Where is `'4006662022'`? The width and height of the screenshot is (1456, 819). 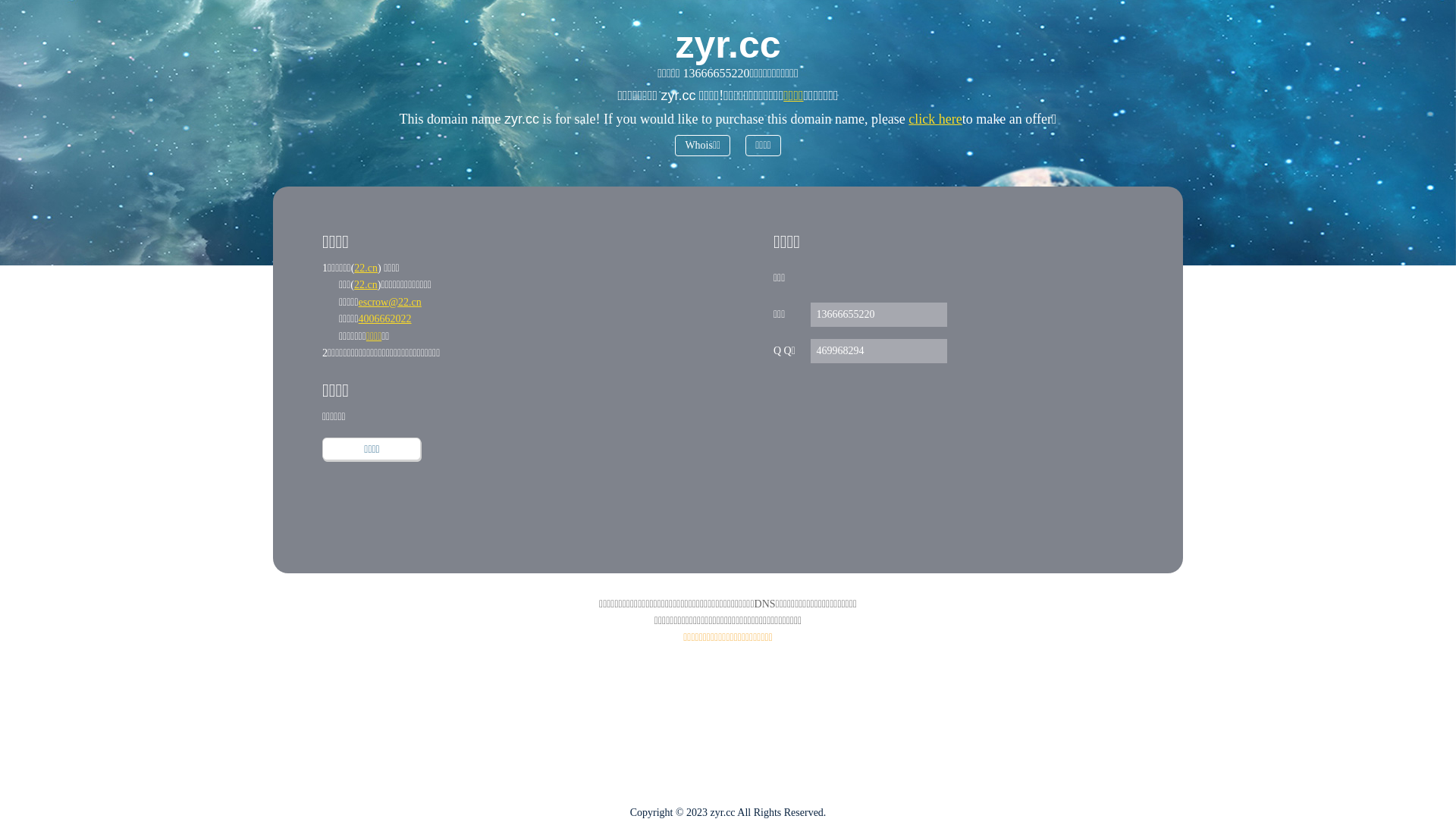 '4006662022' is located at coordinates (358, 318).